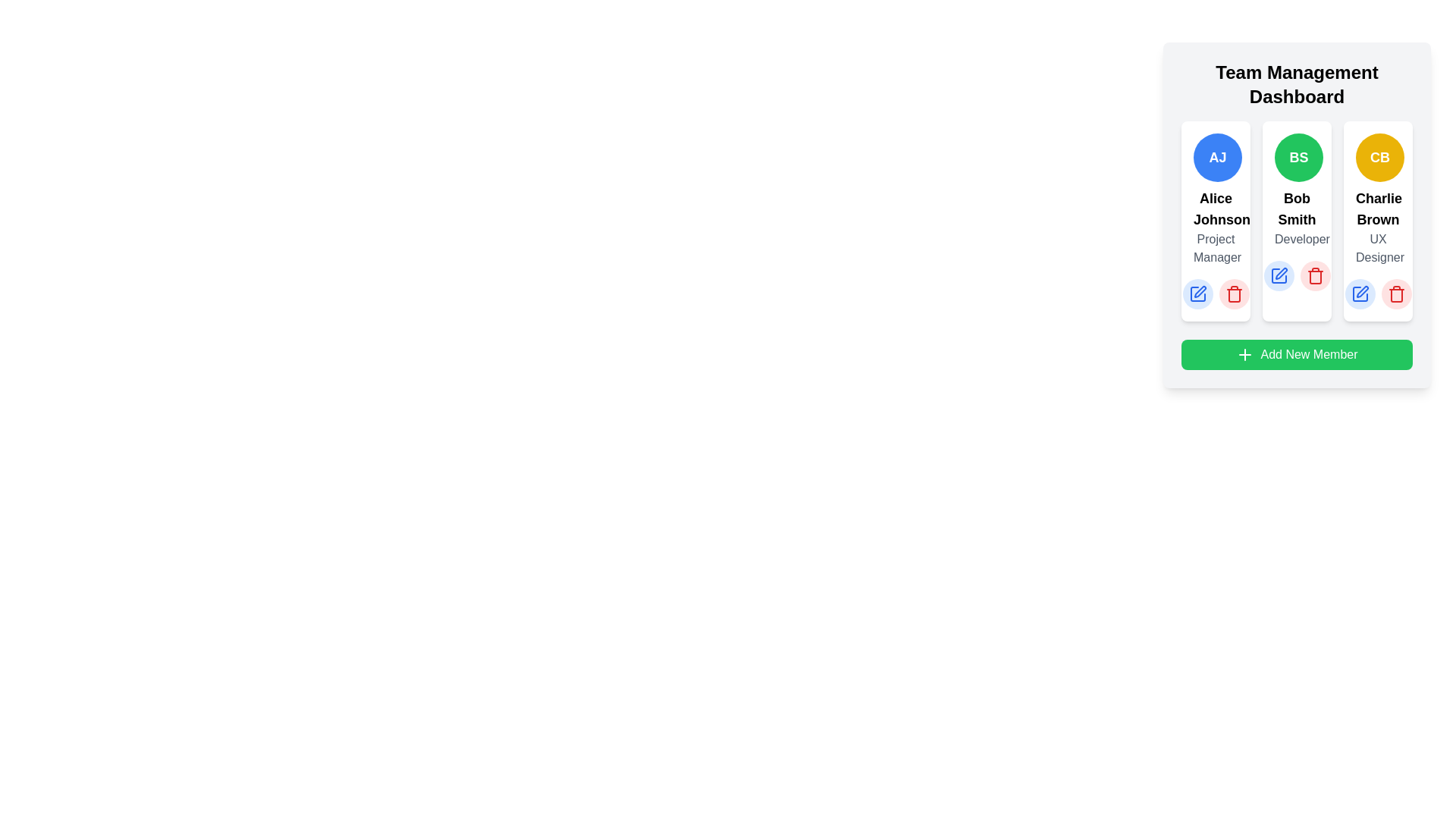  What do you see at coordinates (1314, 275) in the screenshot?
I see `the trash can icon/button located at the bottom right of the middle profile card` at bounding box center [1314, 275].